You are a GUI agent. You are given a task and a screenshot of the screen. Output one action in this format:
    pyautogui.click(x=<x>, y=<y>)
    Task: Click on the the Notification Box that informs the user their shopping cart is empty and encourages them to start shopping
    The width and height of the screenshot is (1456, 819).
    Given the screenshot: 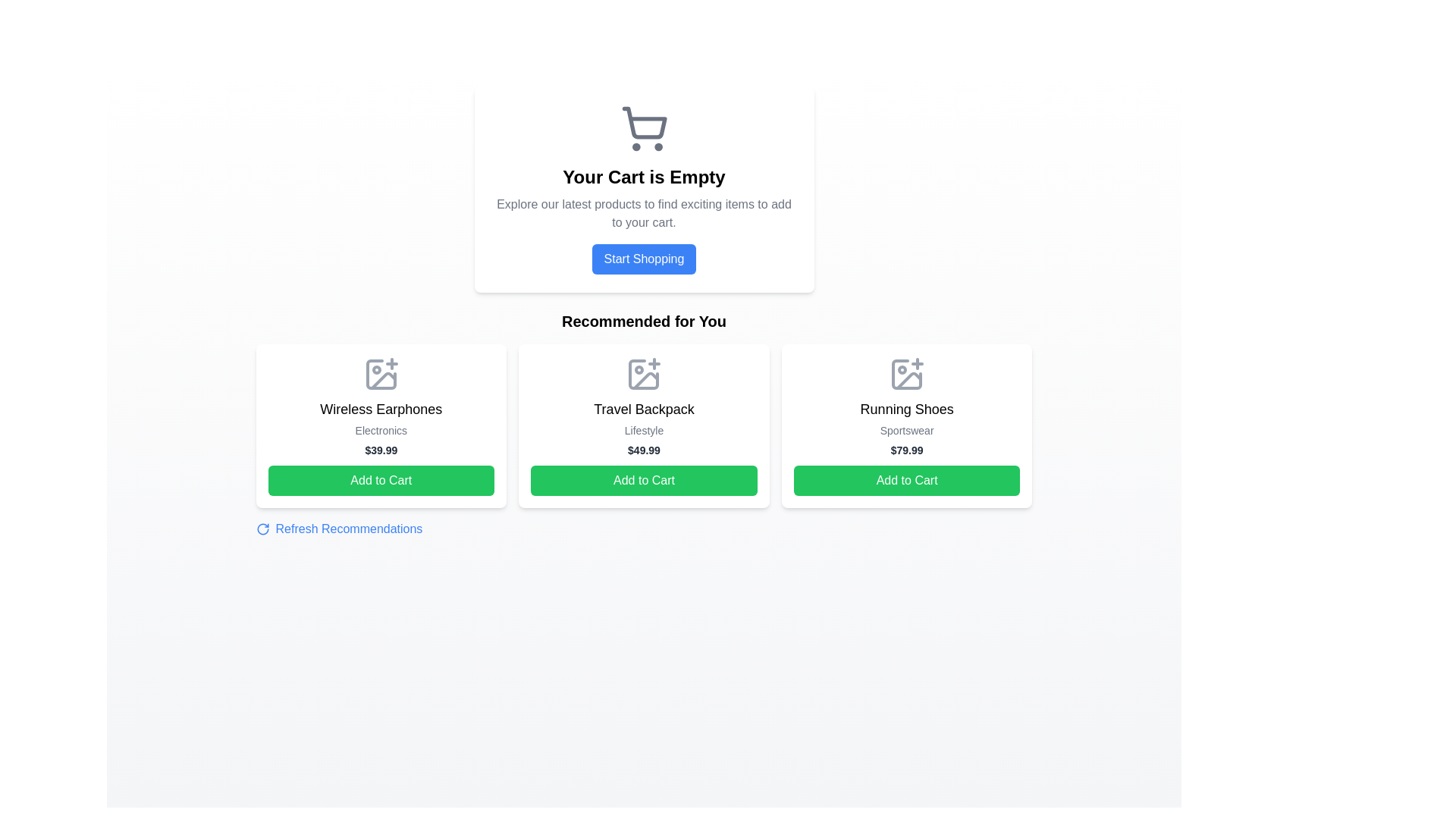 What is the action you would take?
    pyautogui.click(x=644, y=189)
    